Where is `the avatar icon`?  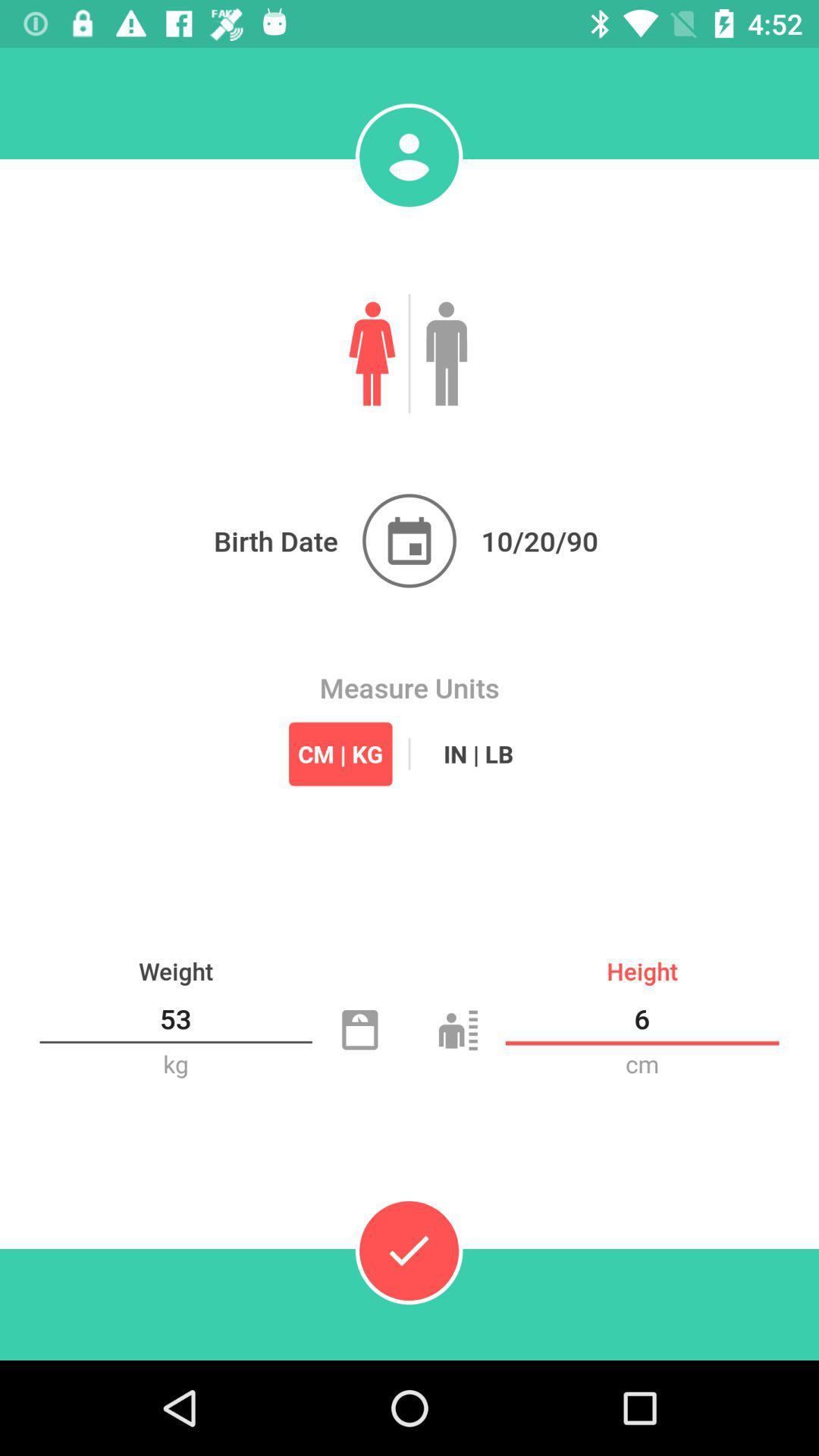
the avatar icon is located at coordinates (408, 157).